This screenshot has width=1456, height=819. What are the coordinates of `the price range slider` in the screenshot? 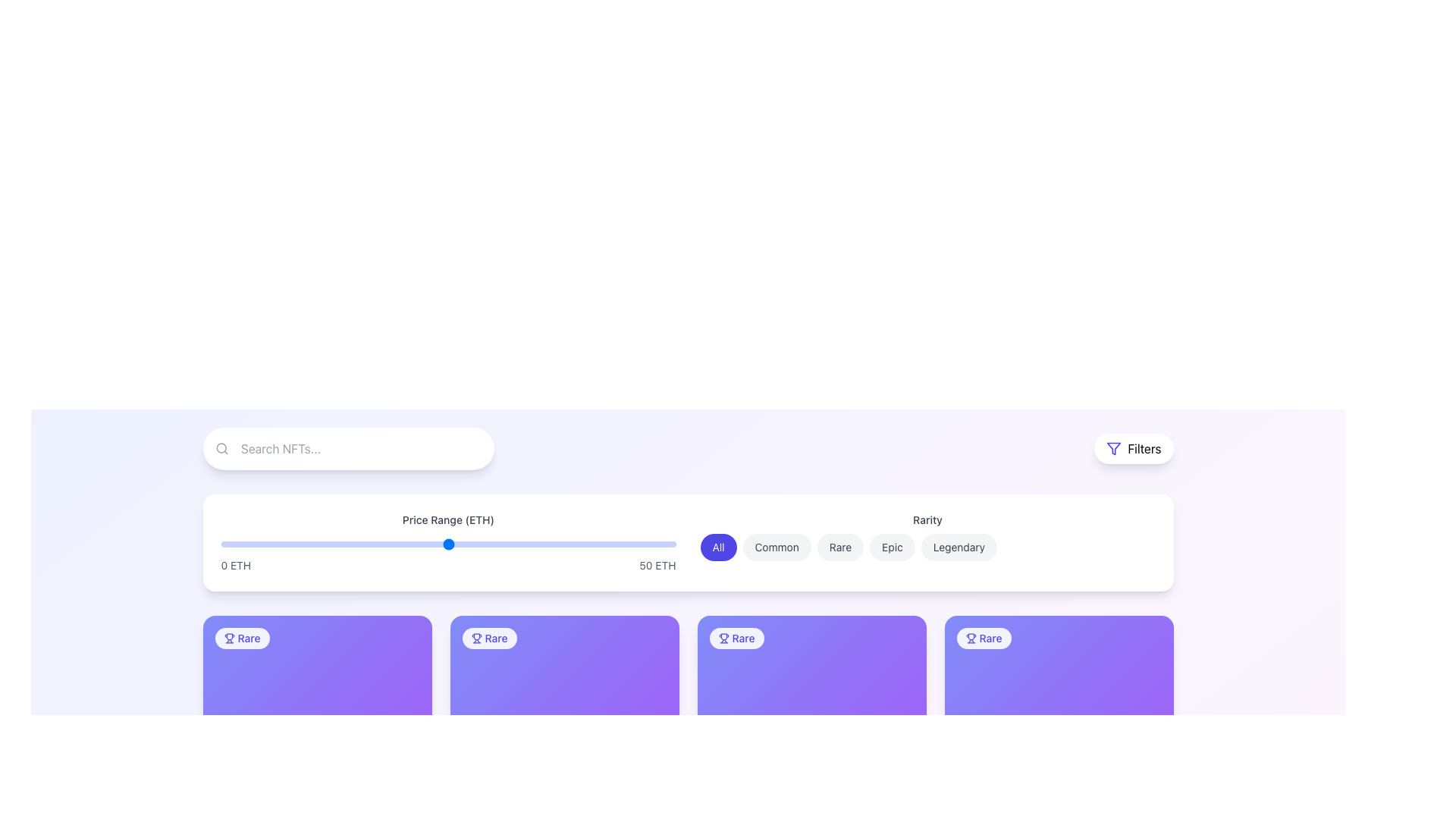 It's located at (347, 543).